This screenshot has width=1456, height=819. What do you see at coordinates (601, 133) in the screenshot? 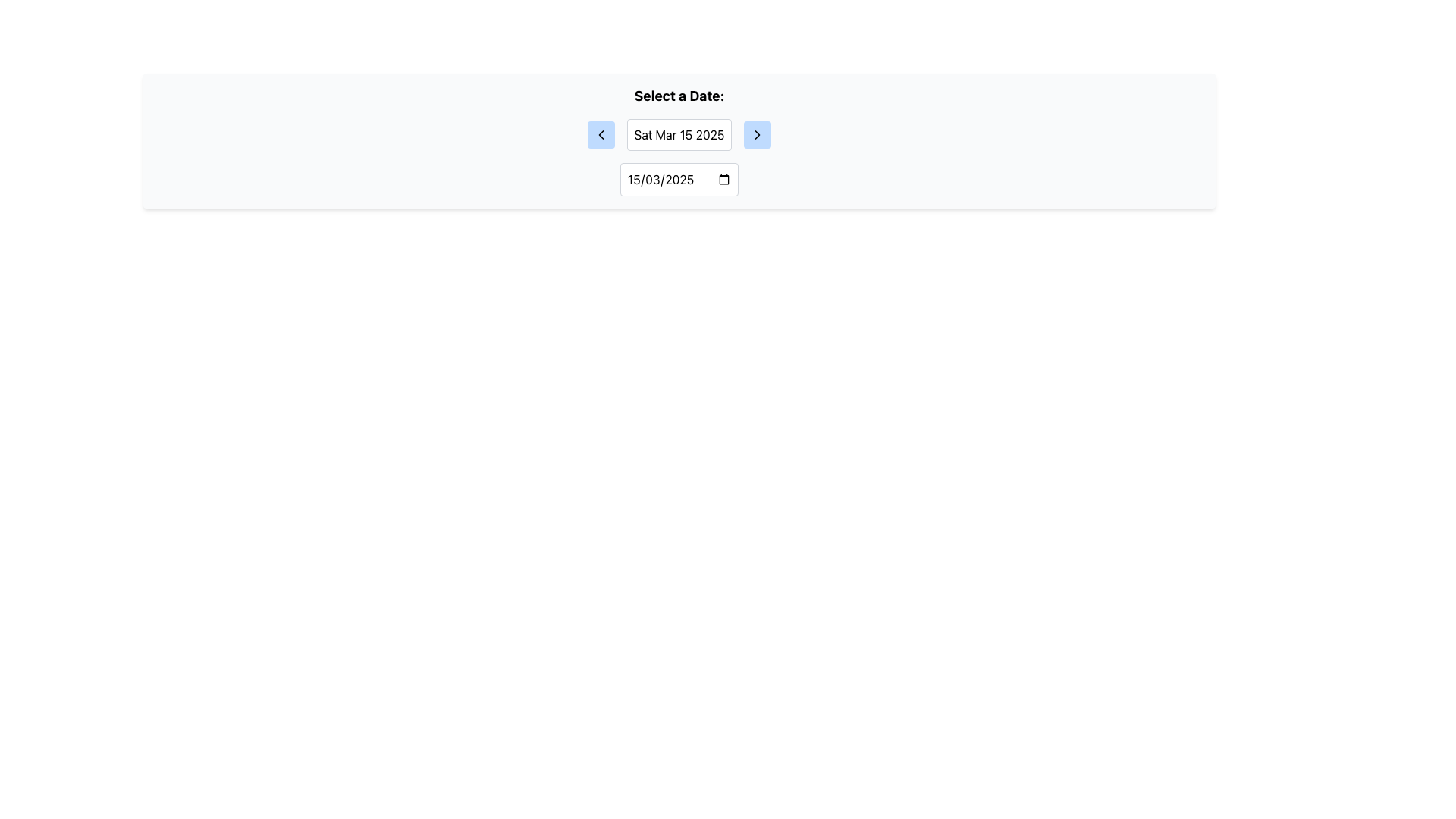
I see `the left arrow icon button, which is a thin black outline arrow inside a light blue square button` at bounding box center [601, 133].